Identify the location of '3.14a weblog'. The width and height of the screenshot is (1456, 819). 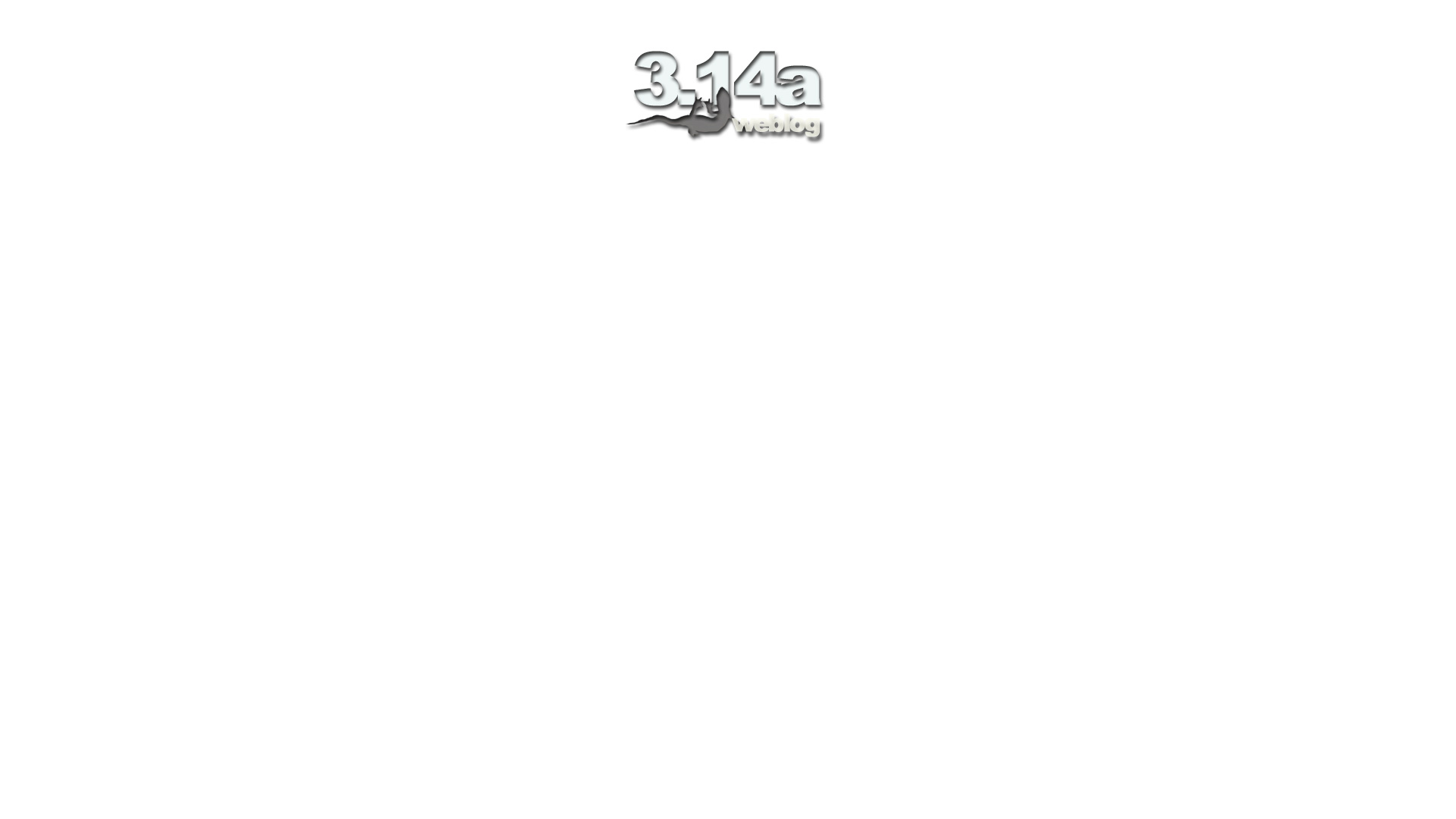
(728, 96).